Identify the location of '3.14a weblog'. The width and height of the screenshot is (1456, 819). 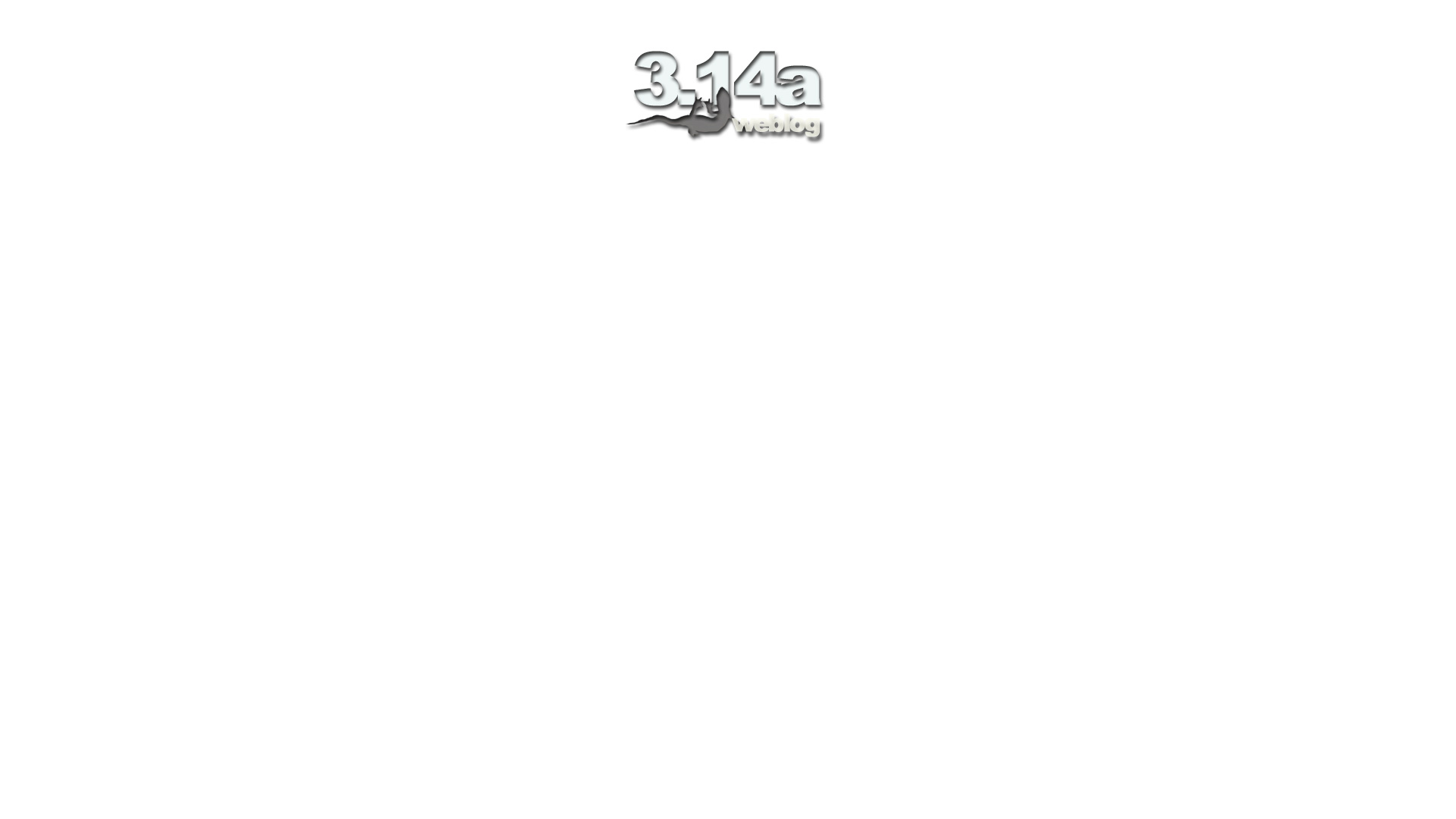
(728, 96).